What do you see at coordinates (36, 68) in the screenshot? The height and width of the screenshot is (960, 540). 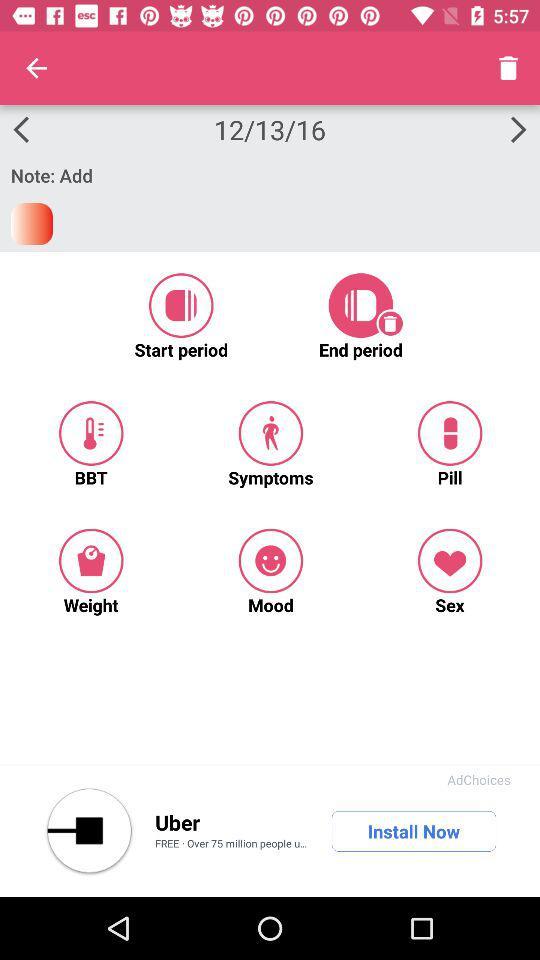 I see `item next to the 12/13/16 icon` at bounding box center [36, 68].